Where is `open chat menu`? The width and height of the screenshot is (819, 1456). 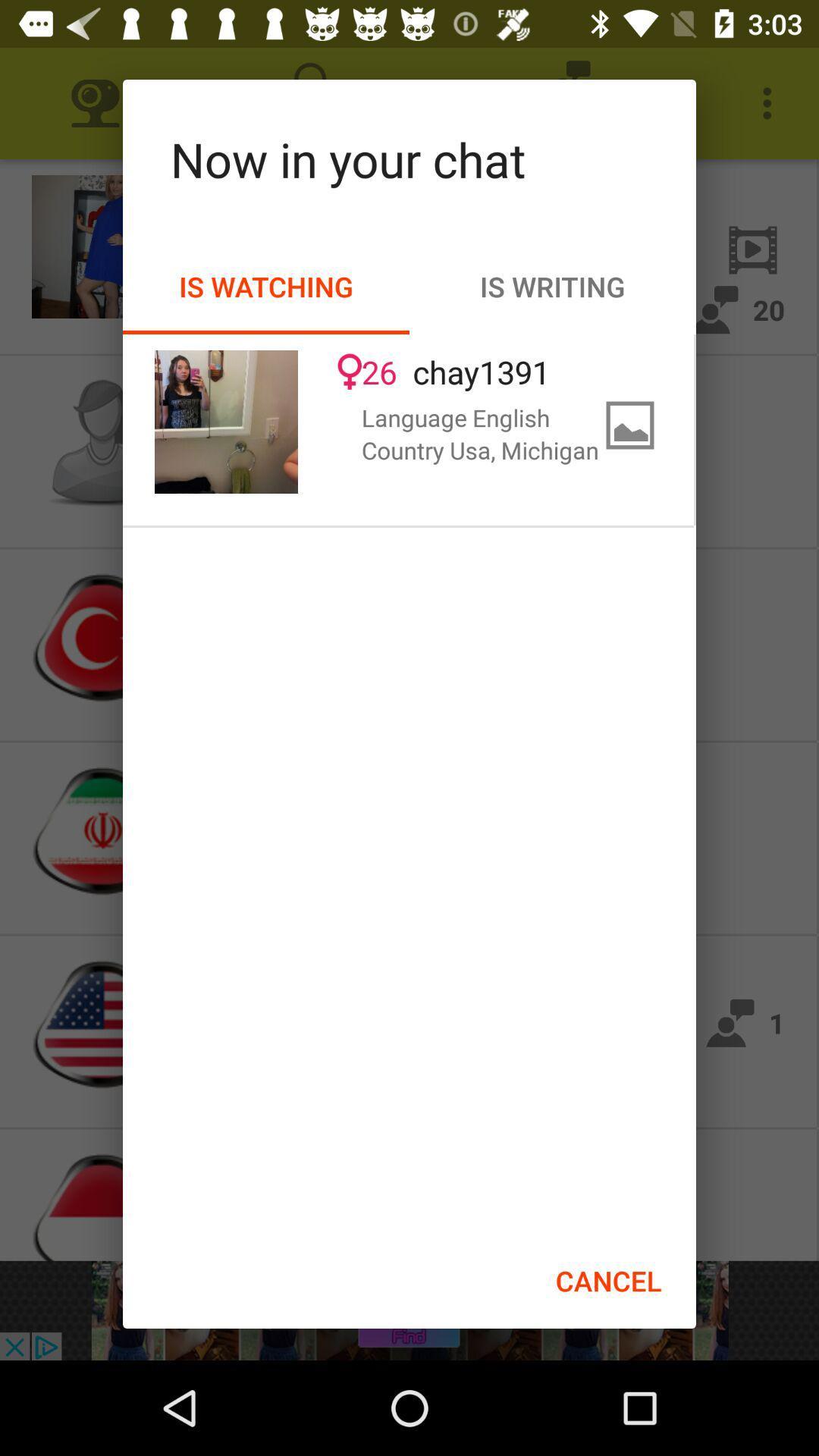 open chat menu is located at coordinates (226, 422).